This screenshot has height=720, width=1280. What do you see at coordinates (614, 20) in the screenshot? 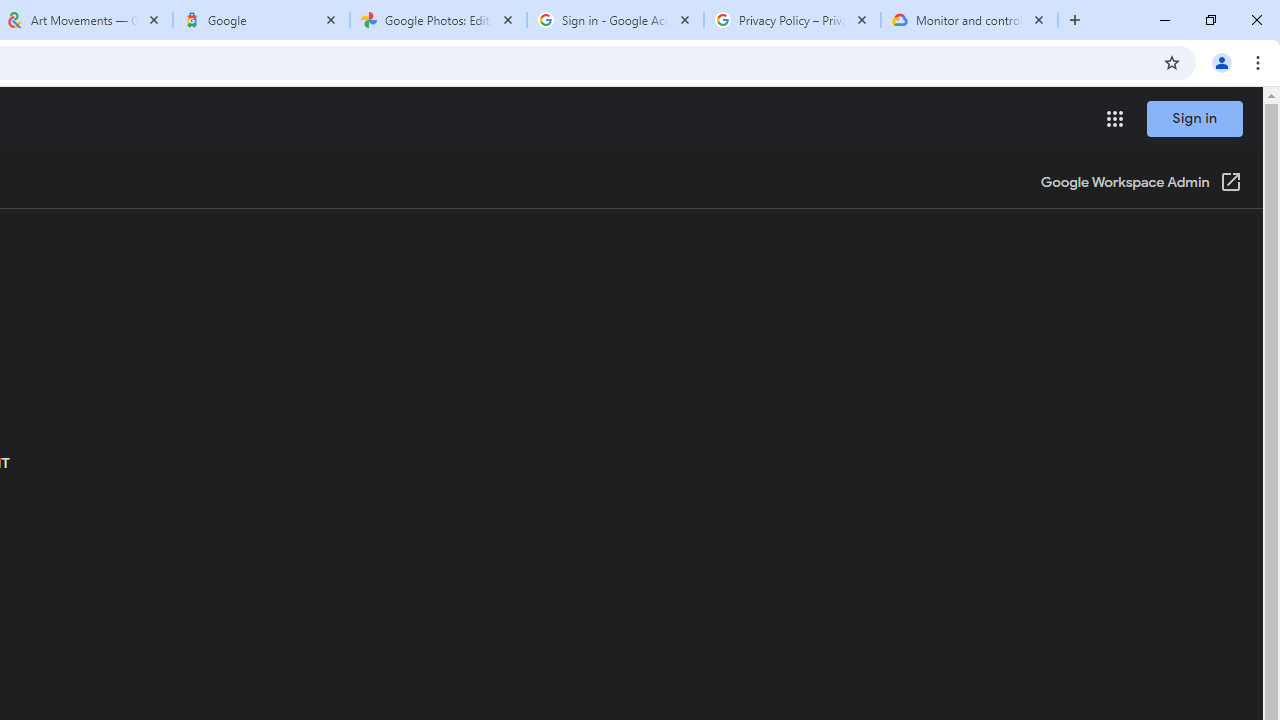
I see `'Sign in - Google Accounts'` at bounding box center [614, 20].